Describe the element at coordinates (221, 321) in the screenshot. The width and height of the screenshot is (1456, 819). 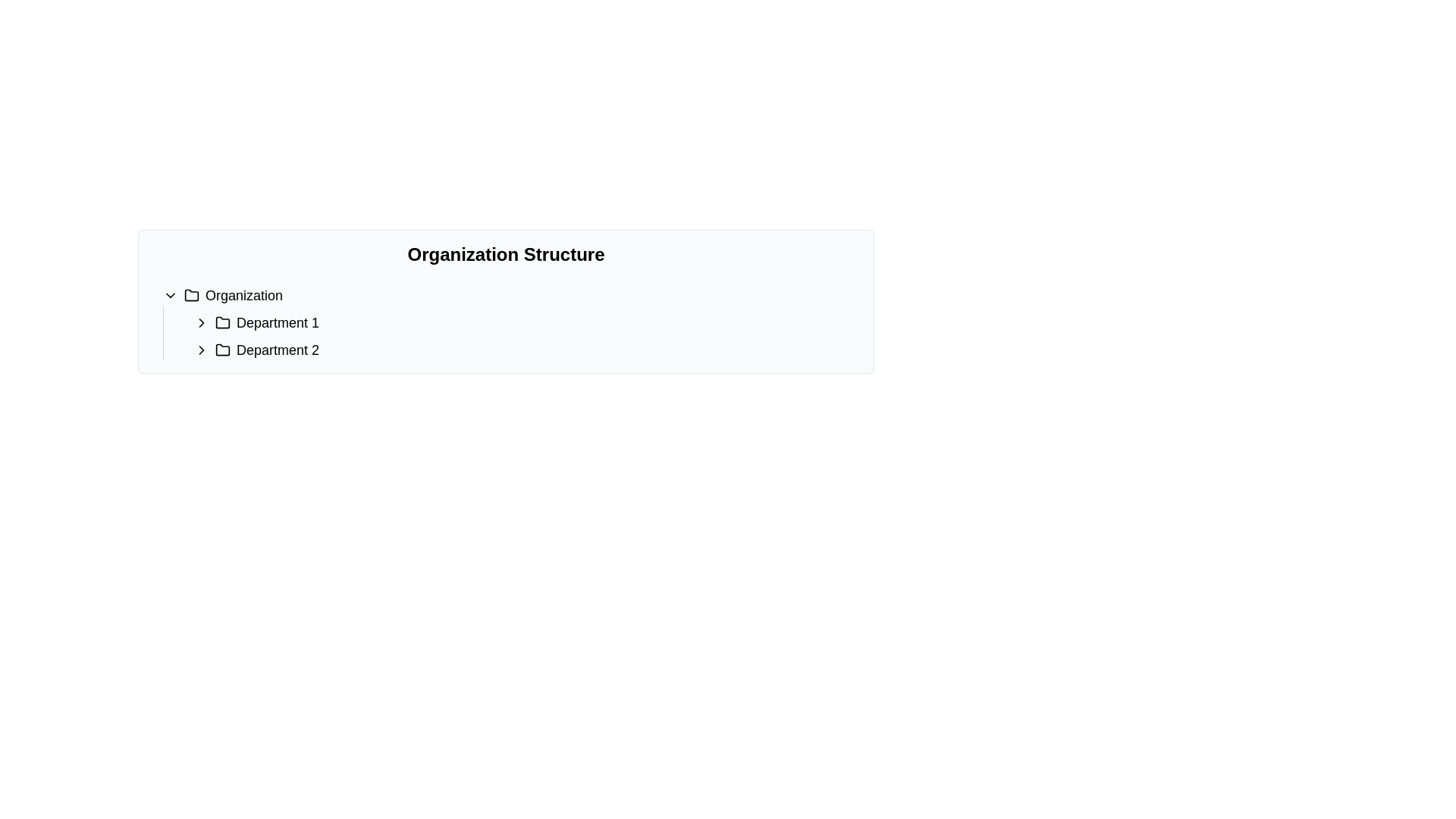
I see `the folder icon representing 'Department 1', which is visually aligned to the left of the folder label in the interface` at that location.